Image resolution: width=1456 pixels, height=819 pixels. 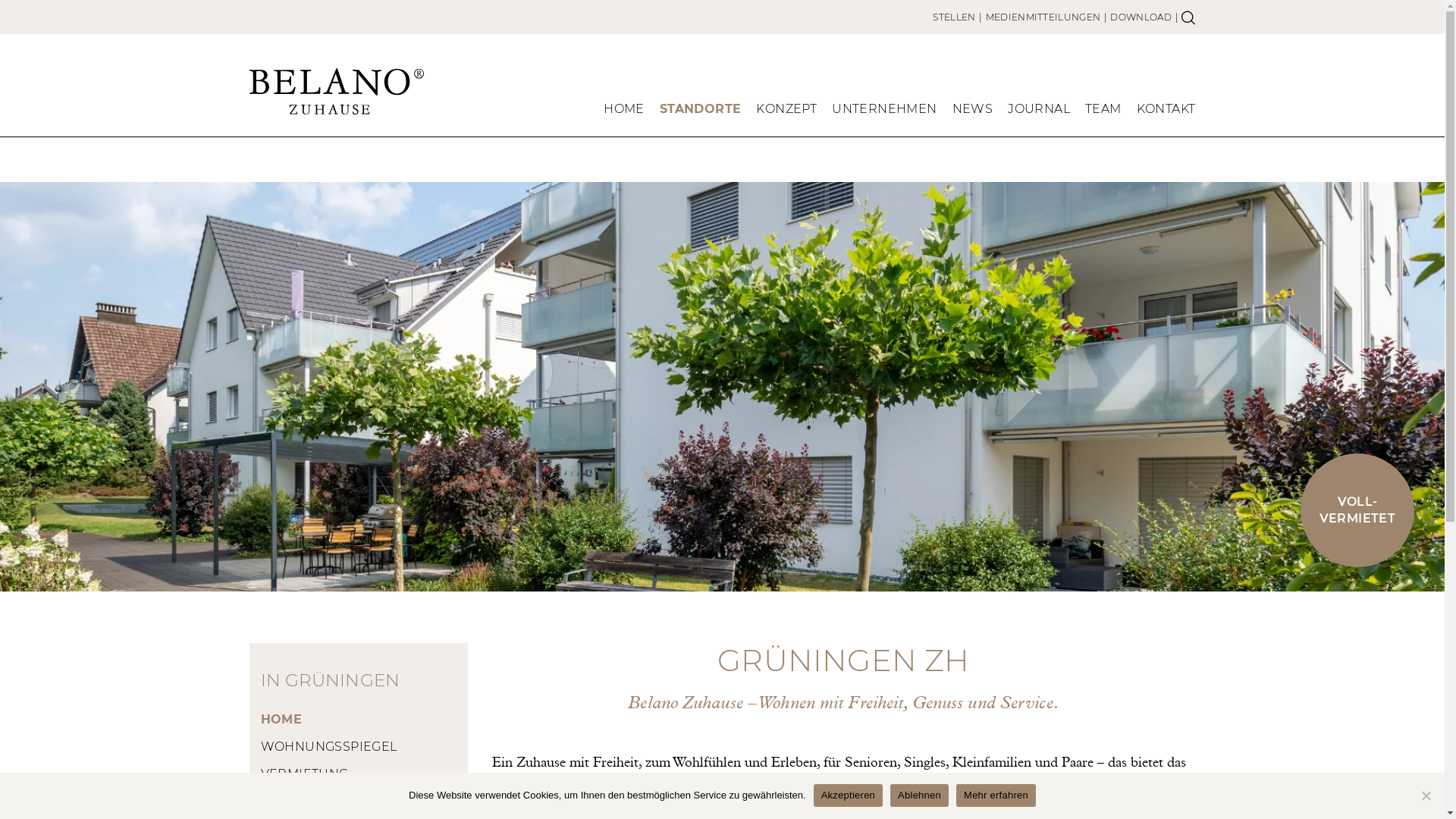 What do you see at coordinates (847, 795) in the screenshot?
I see `'Akzeptieren'` at bounding box center [847, 795].